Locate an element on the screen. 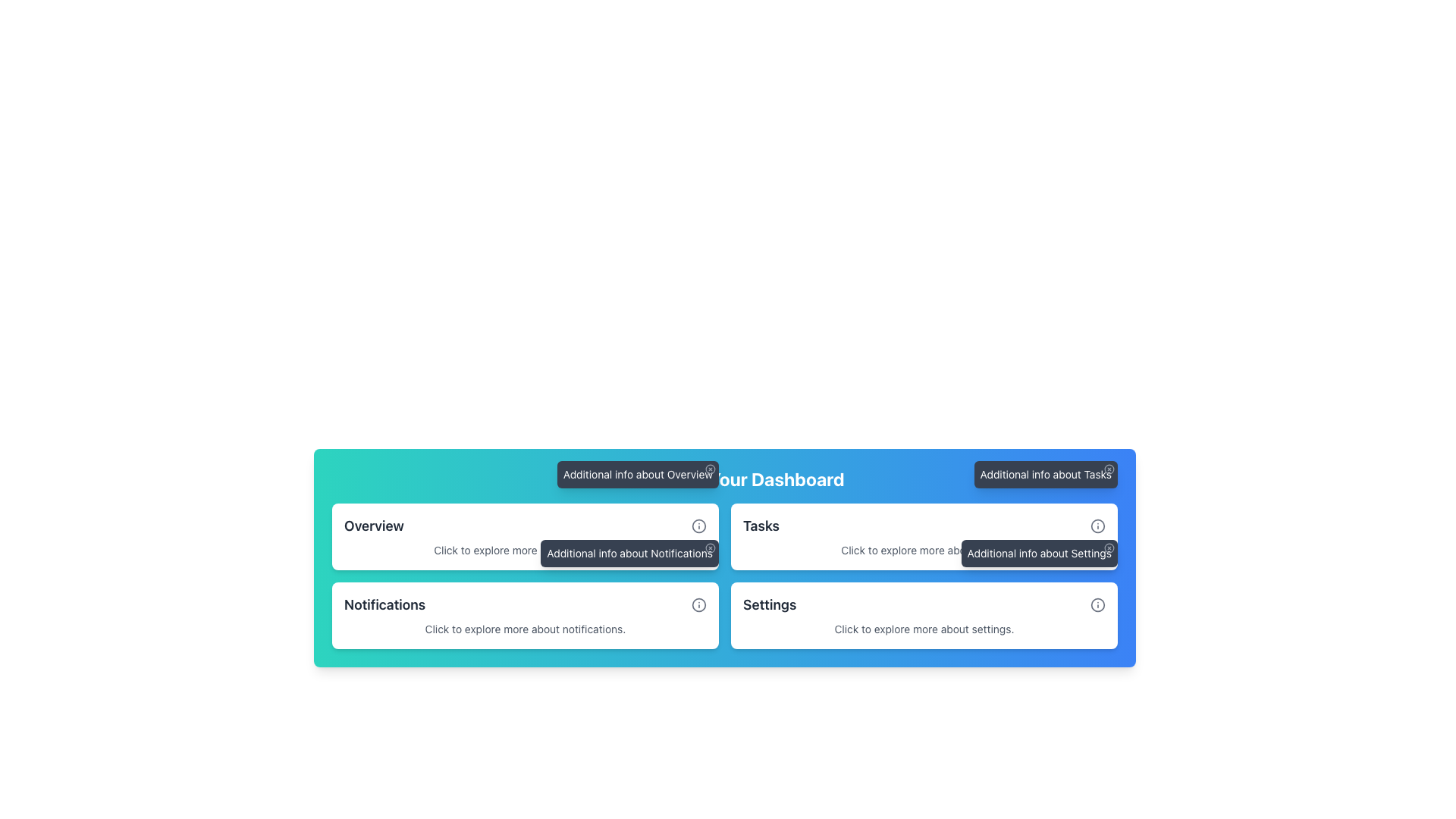  the circular icon located in the upper-right corner of the tooltip displaying 'Additional info about Settings' is located at coordinates (1109, 548).